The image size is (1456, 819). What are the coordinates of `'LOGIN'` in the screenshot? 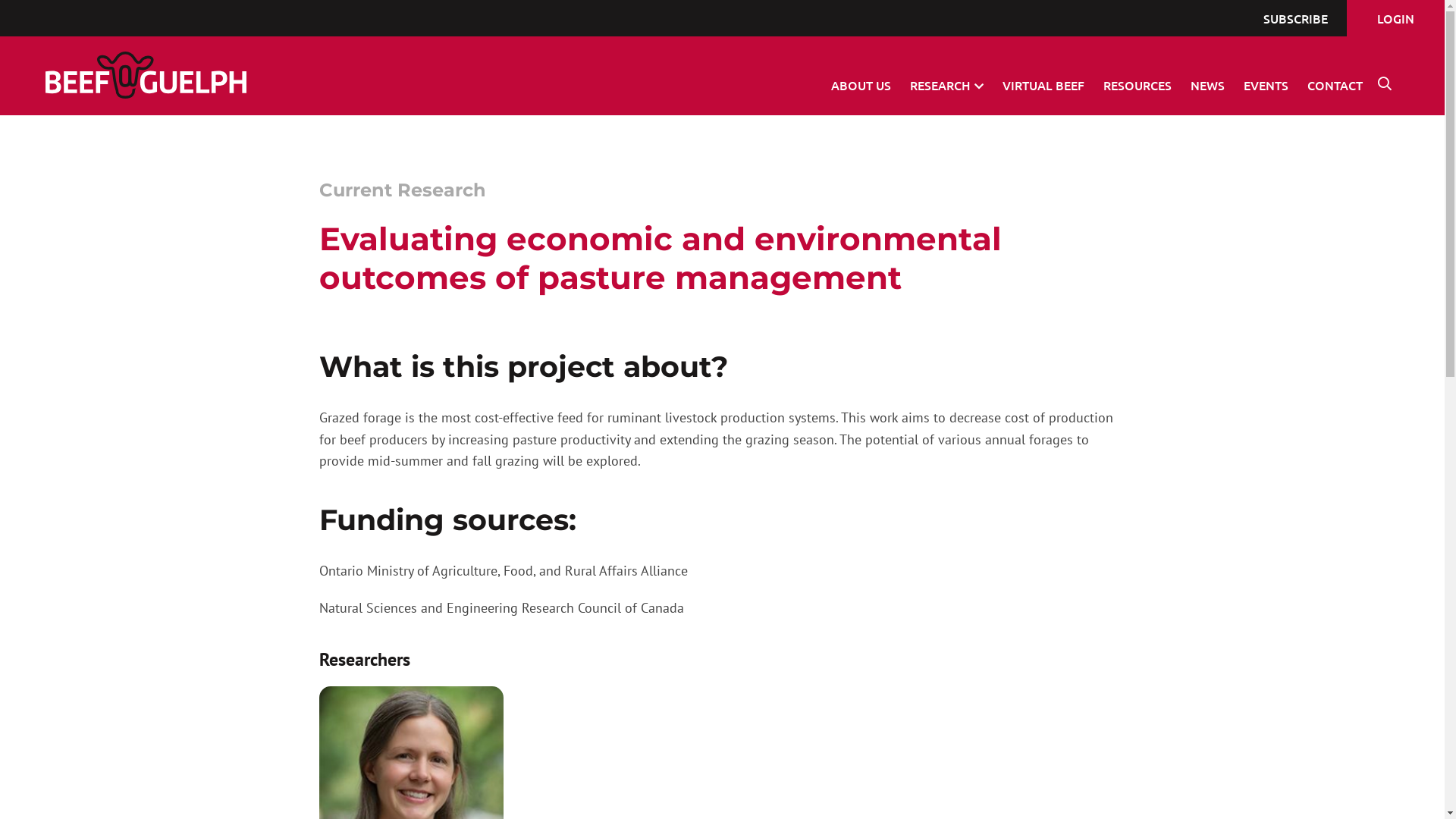 It's located at (1395, 17).